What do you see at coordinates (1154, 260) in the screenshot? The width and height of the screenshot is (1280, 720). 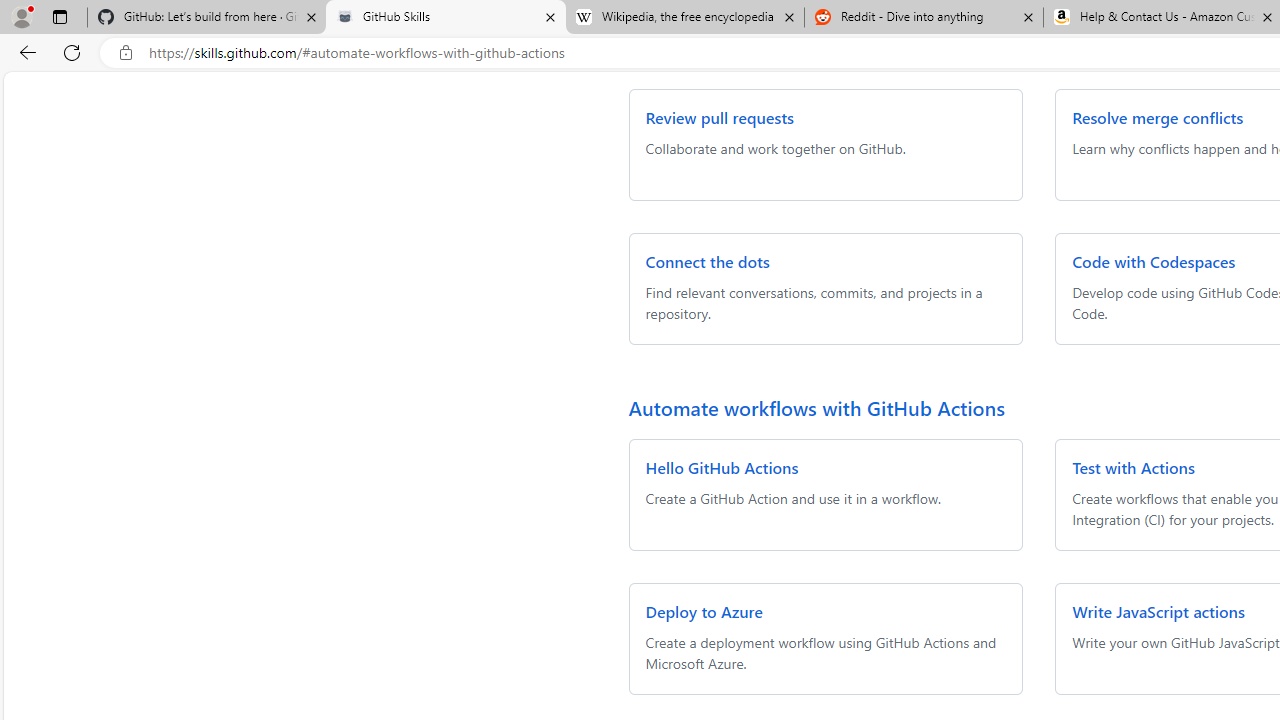 I see `'Code with Codespaces'` at bounding box center [1154, 260].